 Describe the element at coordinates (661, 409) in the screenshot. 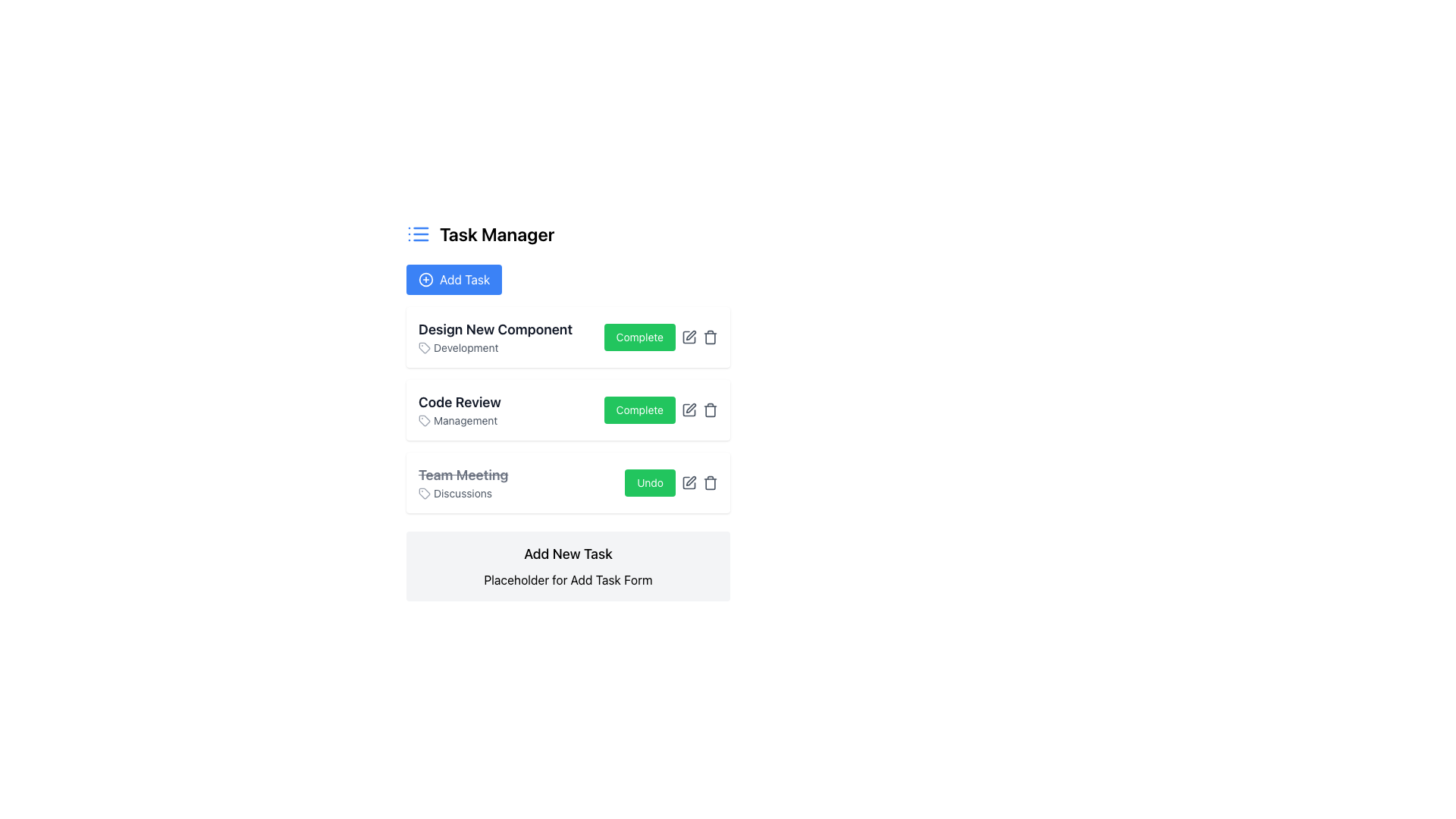

I see `the green 'Complete' button with white text to mark the 'Code Review' task as complete` at that location.